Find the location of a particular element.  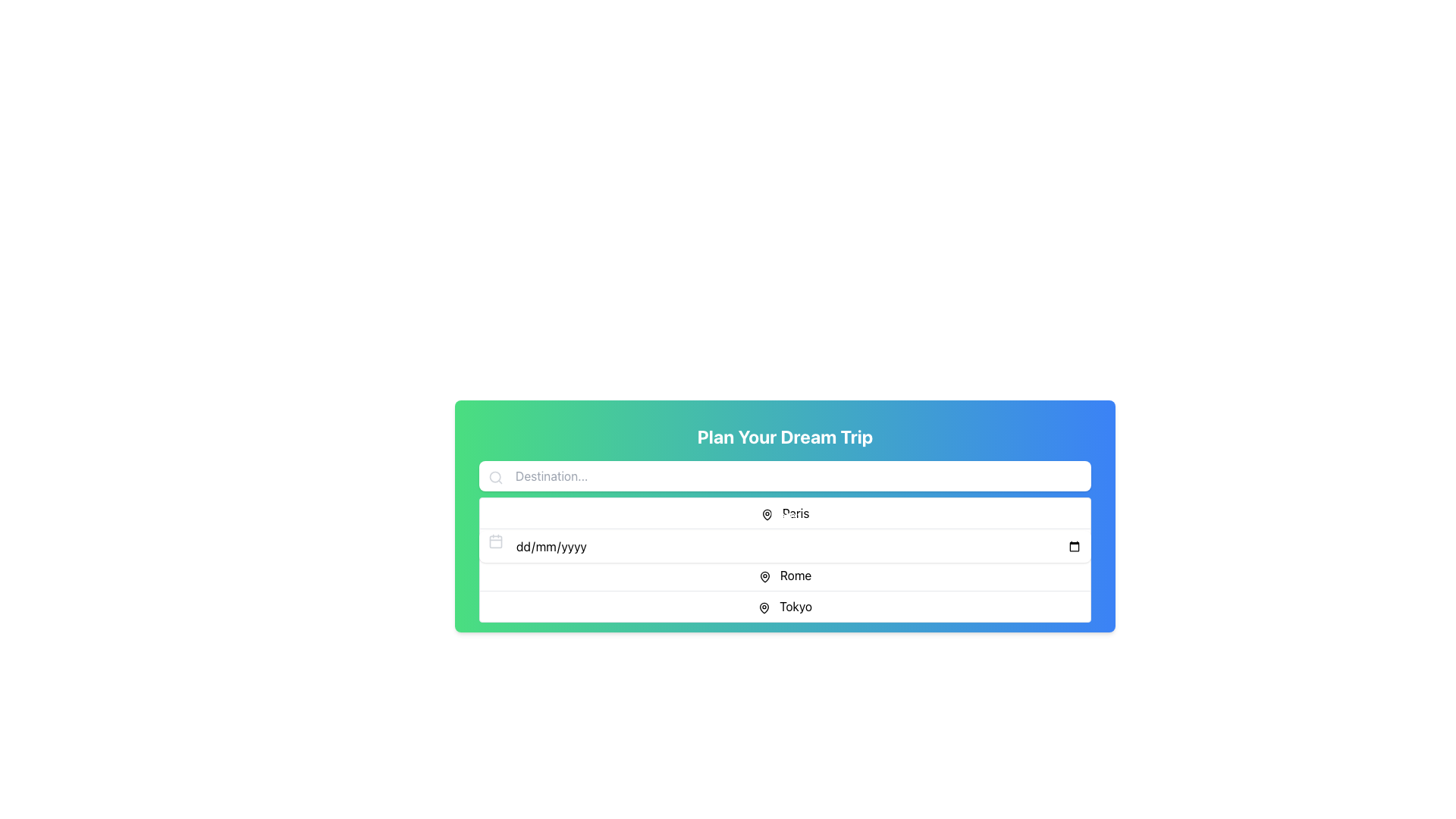

the 'Paris' destination option in the central list, which is the first item below the search bar is located at coordinates (785, 513).